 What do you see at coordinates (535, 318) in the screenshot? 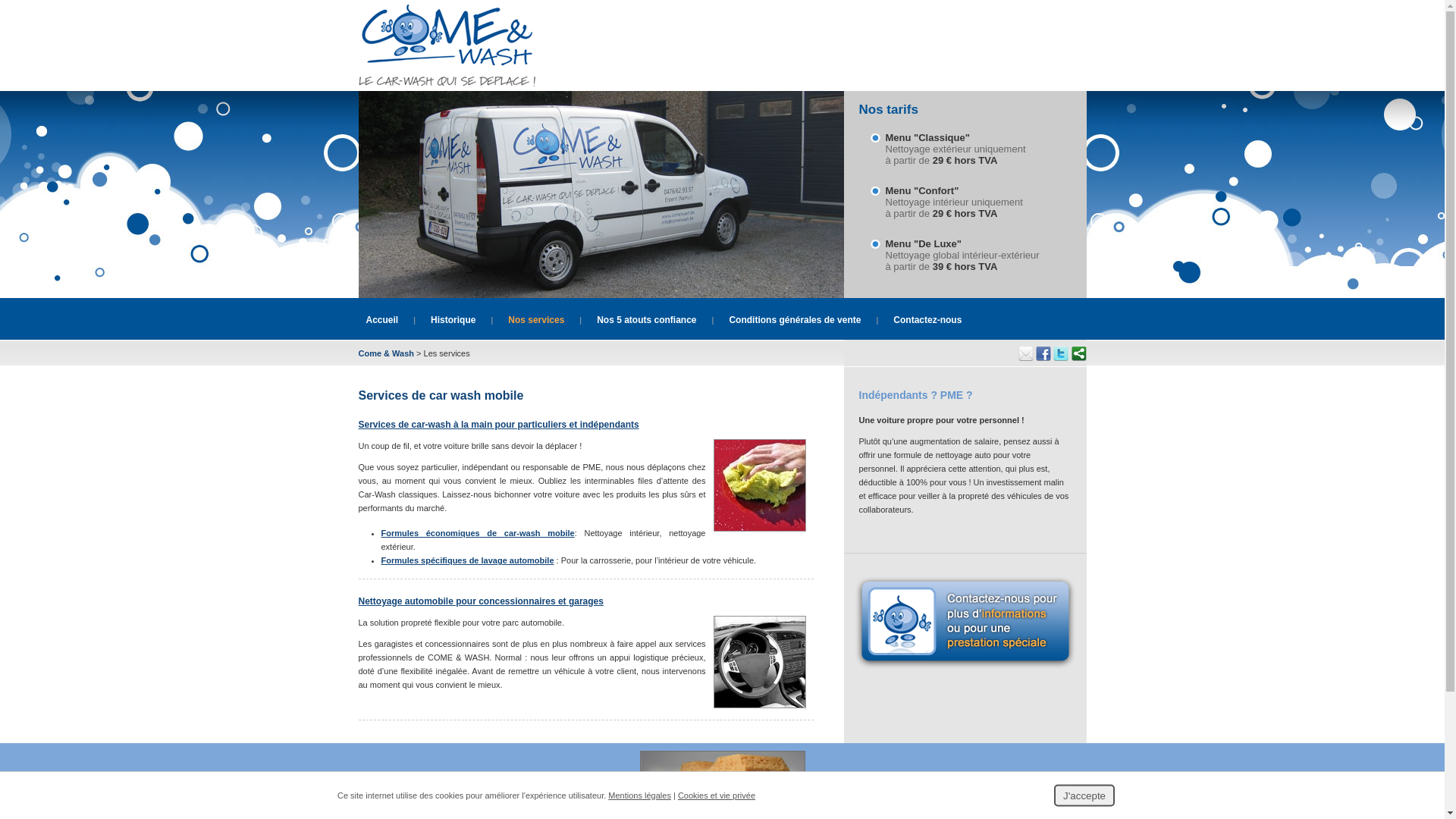
I see `'Nos services'` at bounding box center [535, 318].